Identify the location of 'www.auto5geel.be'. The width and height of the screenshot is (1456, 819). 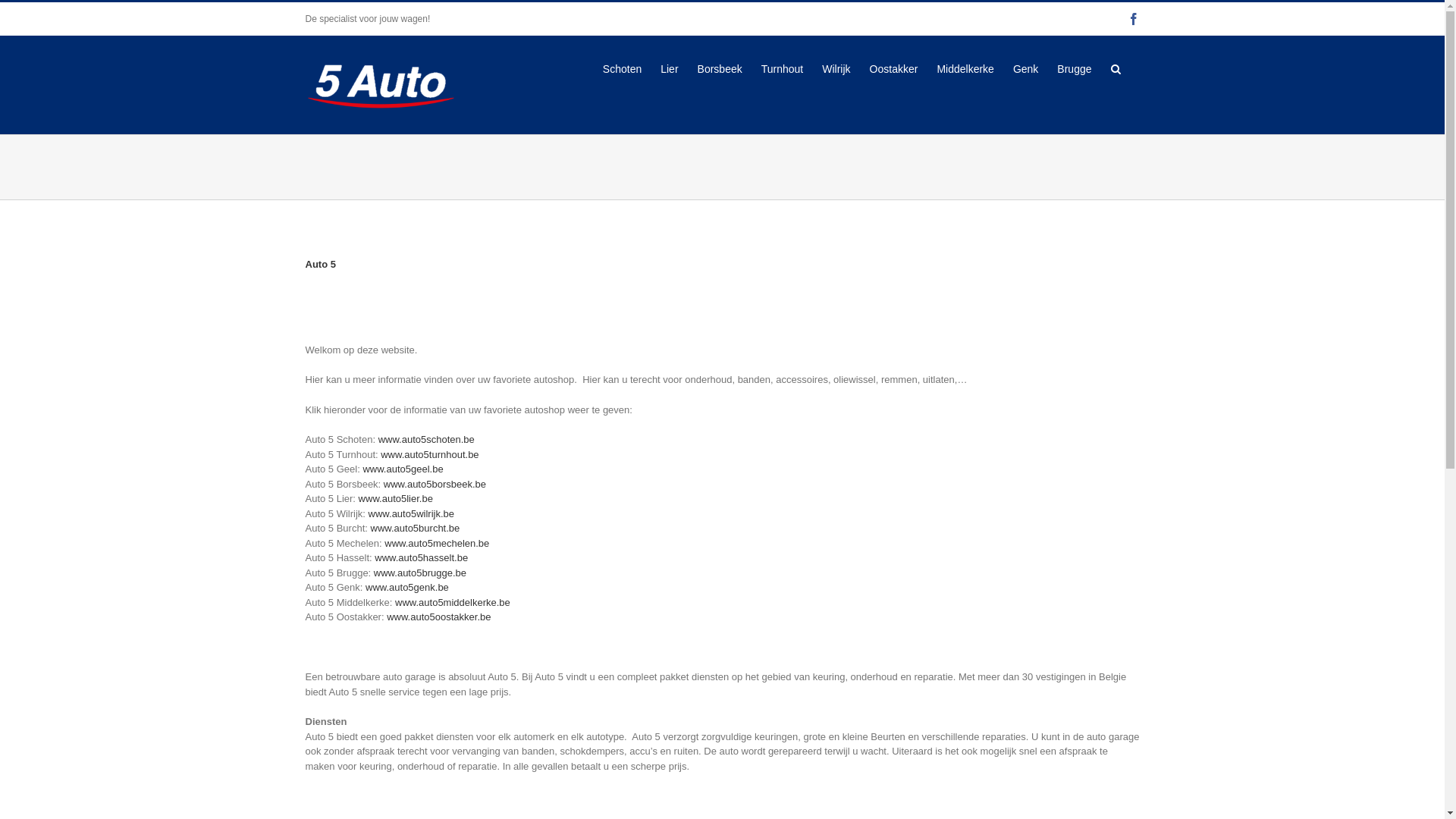
(362, 468).